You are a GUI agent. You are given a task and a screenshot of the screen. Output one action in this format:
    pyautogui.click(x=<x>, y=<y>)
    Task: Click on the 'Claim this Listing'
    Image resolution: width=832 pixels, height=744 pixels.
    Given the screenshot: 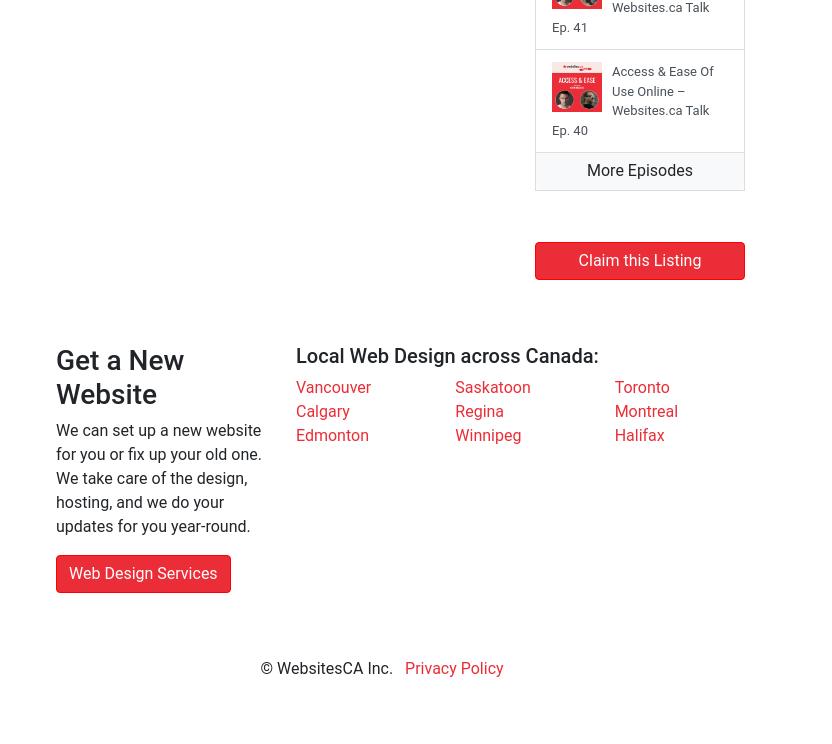 What is the action you would take?
    pyautogui.click(x=639, y=260)
    